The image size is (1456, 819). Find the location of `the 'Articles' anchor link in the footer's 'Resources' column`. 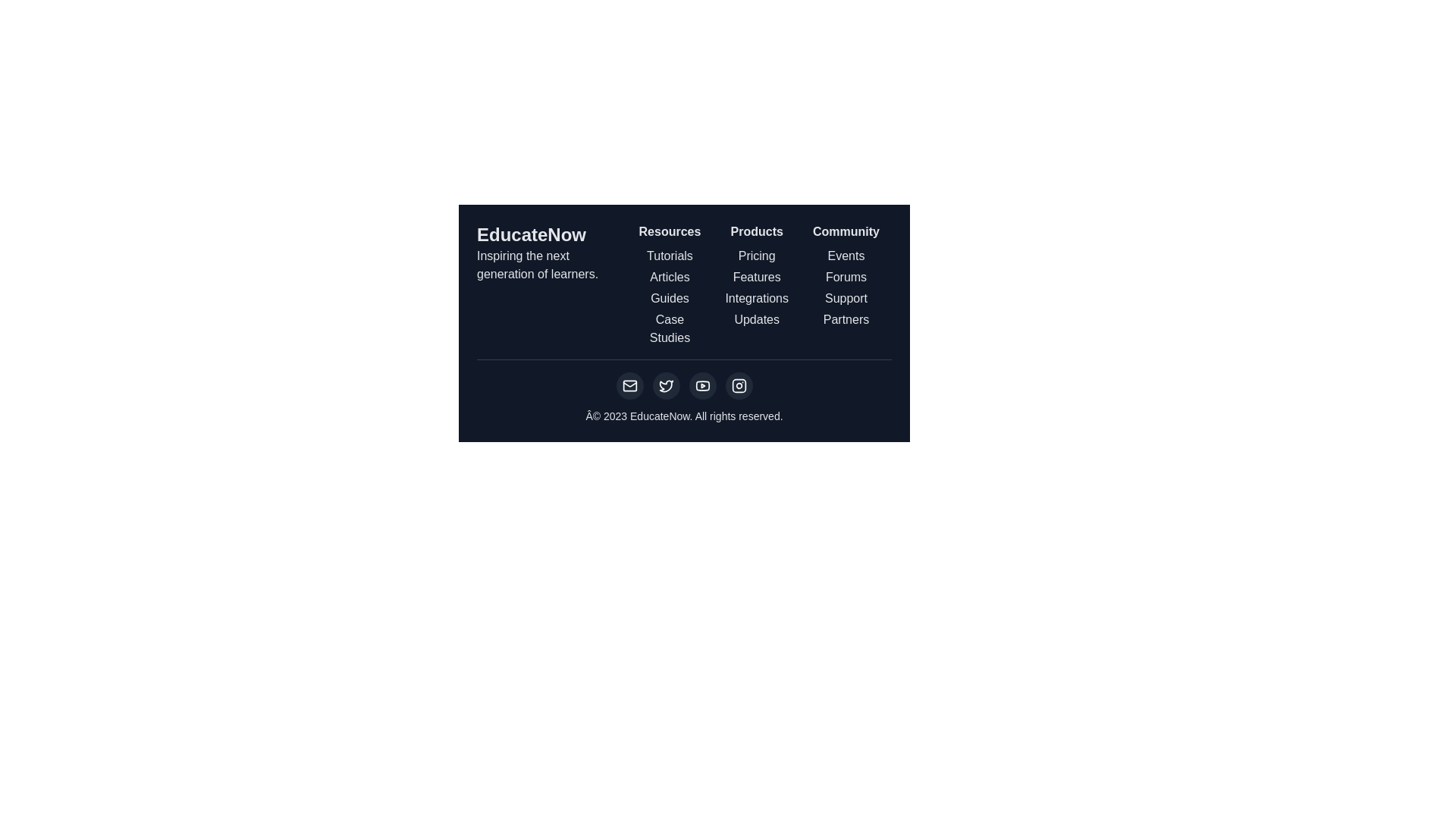

the 'Articles' anchor link in the footer's 'Resources' column is located at coordinates (669, 278).